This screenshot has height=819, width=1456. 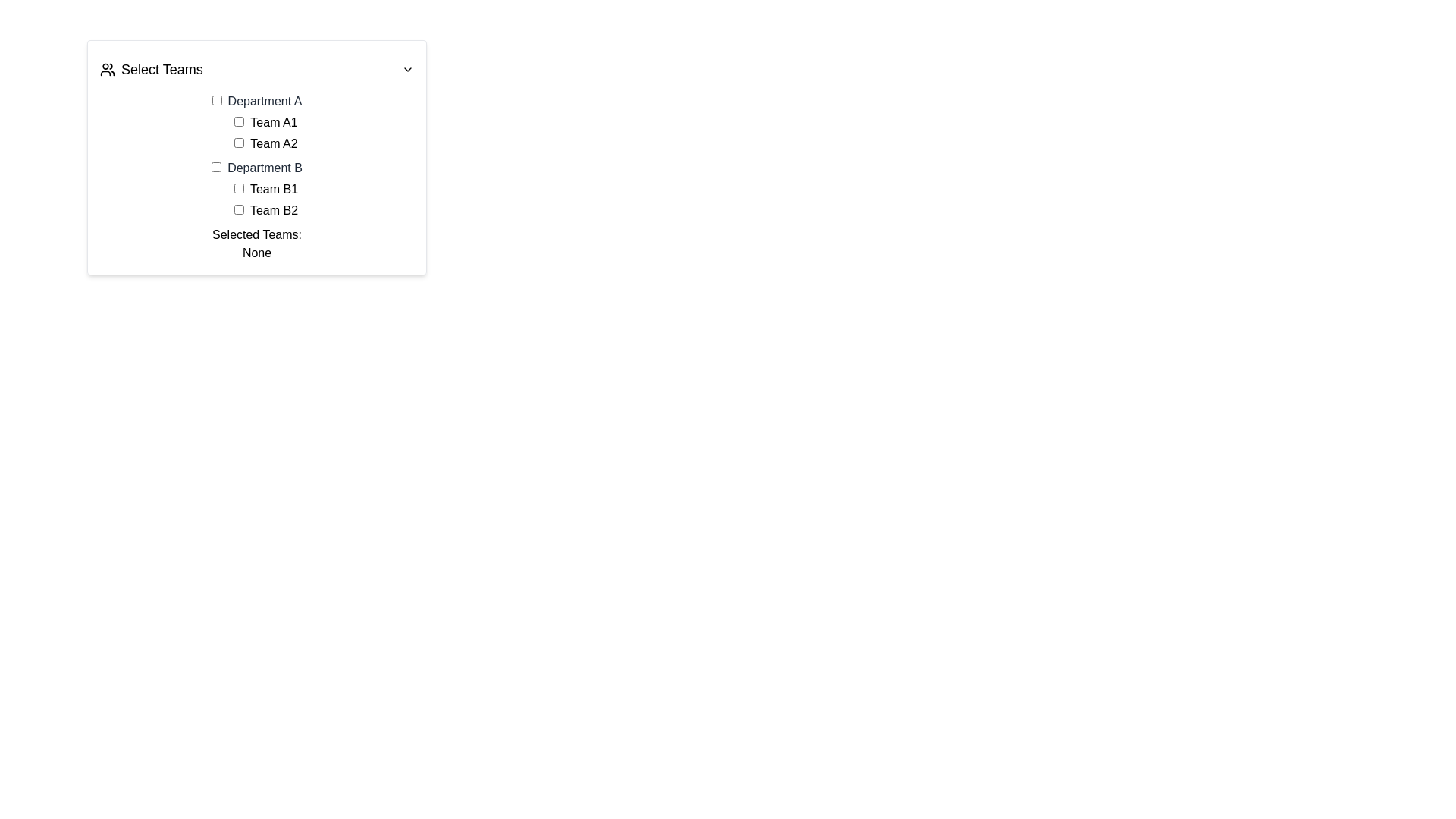 What do you see at coordinates (265, 101) in the screenshot?
I see `the text label for 'Department A', which identifies the associated checkbox in the hierarchical list` at bounding box center [265, 101].